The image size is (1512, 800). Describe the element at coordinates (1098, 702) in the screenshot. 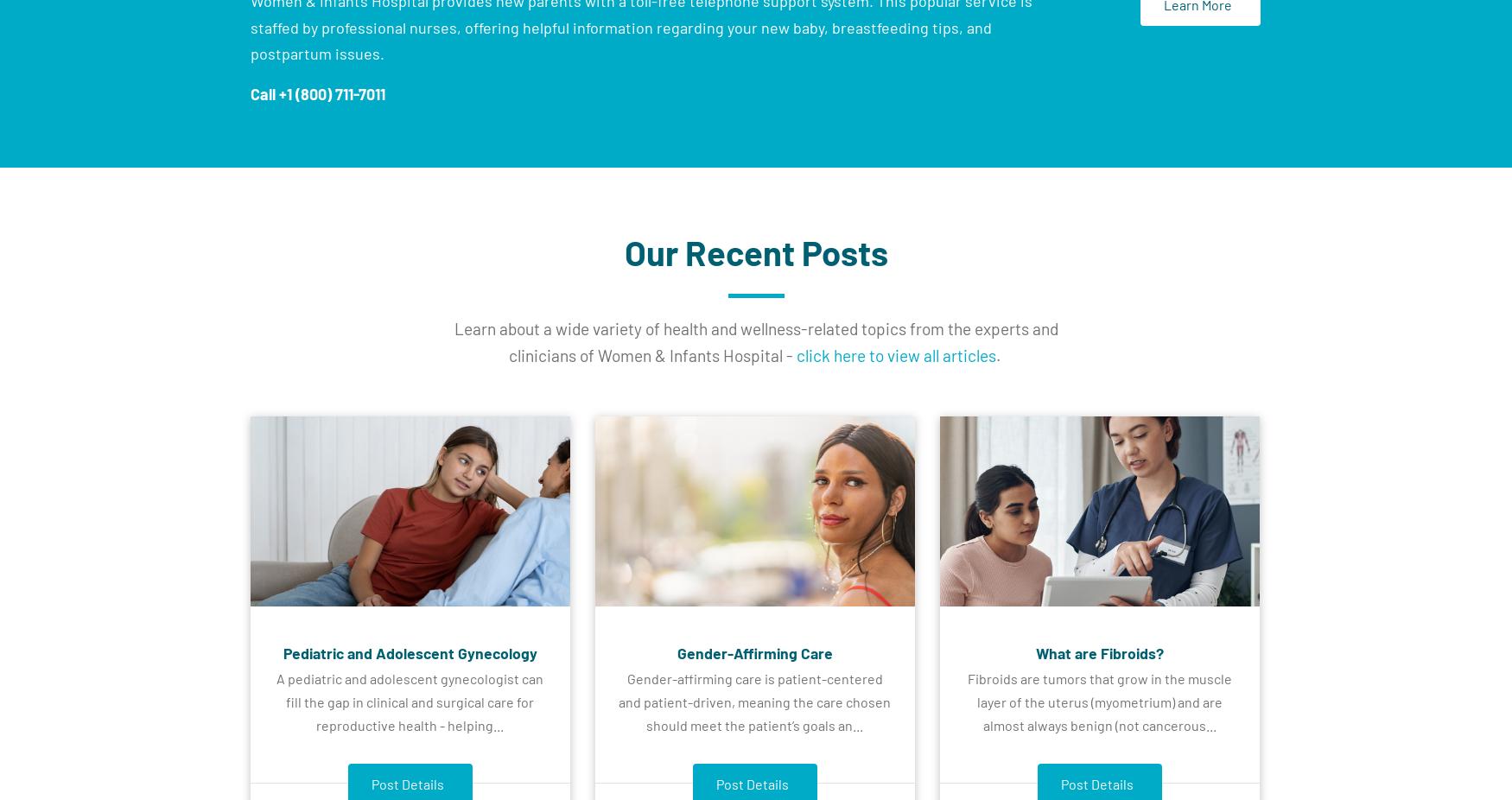

I see `'Fibroids are tumors that grow in the muscle layer of the uterus (myometrium) and are almost always benign (not cancerous...'` at that location.